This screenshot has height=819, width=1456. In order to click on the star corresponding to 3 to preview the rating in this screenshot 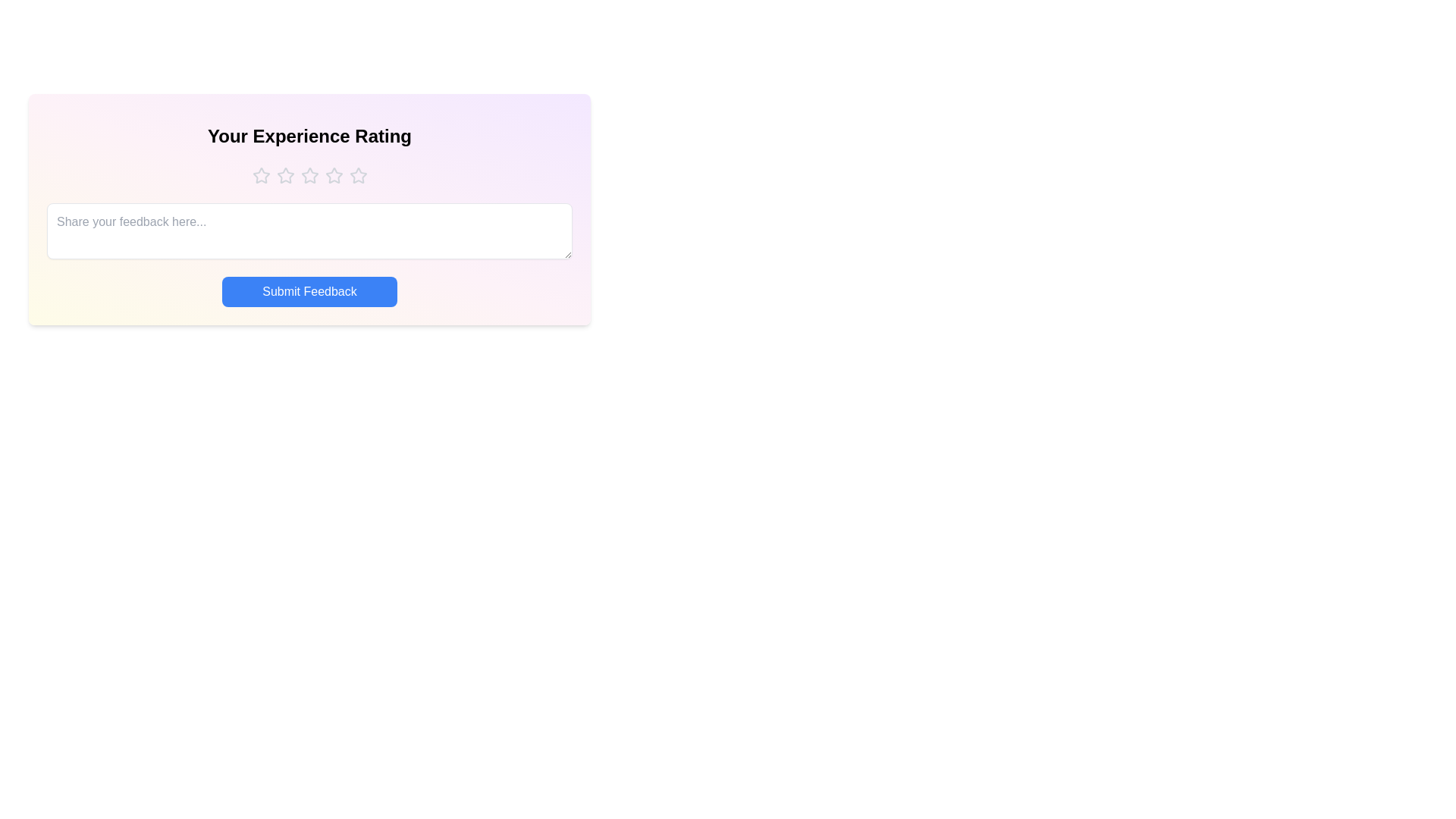, I will do `click(309, 174)`.